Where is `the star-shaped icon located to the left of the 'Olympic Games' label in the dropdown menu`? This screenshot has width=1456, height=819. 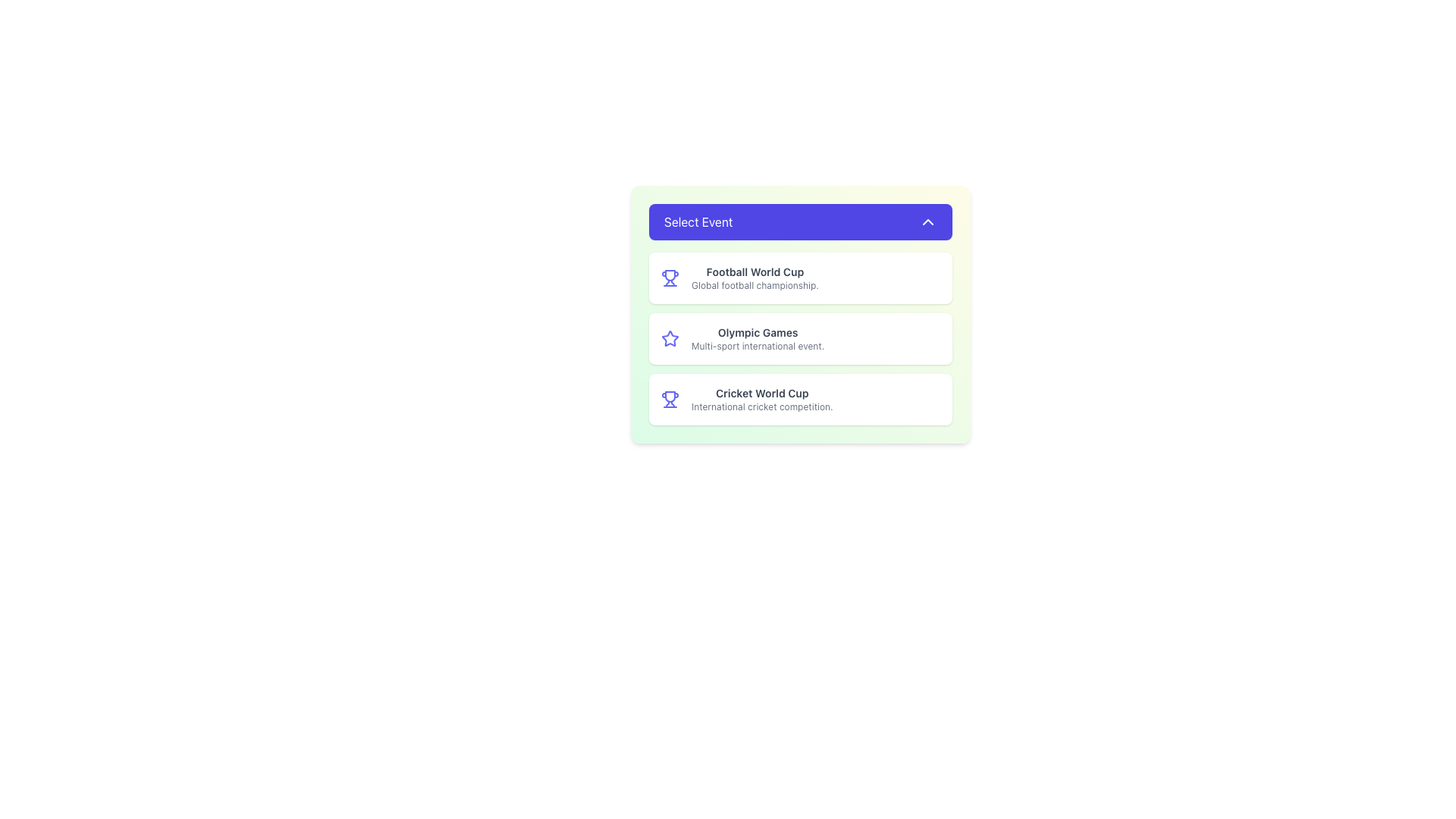
the star-shaped icon located to the left of the 'Olympic Games' label in the dropdown menu is located at coordinates (669, 337).